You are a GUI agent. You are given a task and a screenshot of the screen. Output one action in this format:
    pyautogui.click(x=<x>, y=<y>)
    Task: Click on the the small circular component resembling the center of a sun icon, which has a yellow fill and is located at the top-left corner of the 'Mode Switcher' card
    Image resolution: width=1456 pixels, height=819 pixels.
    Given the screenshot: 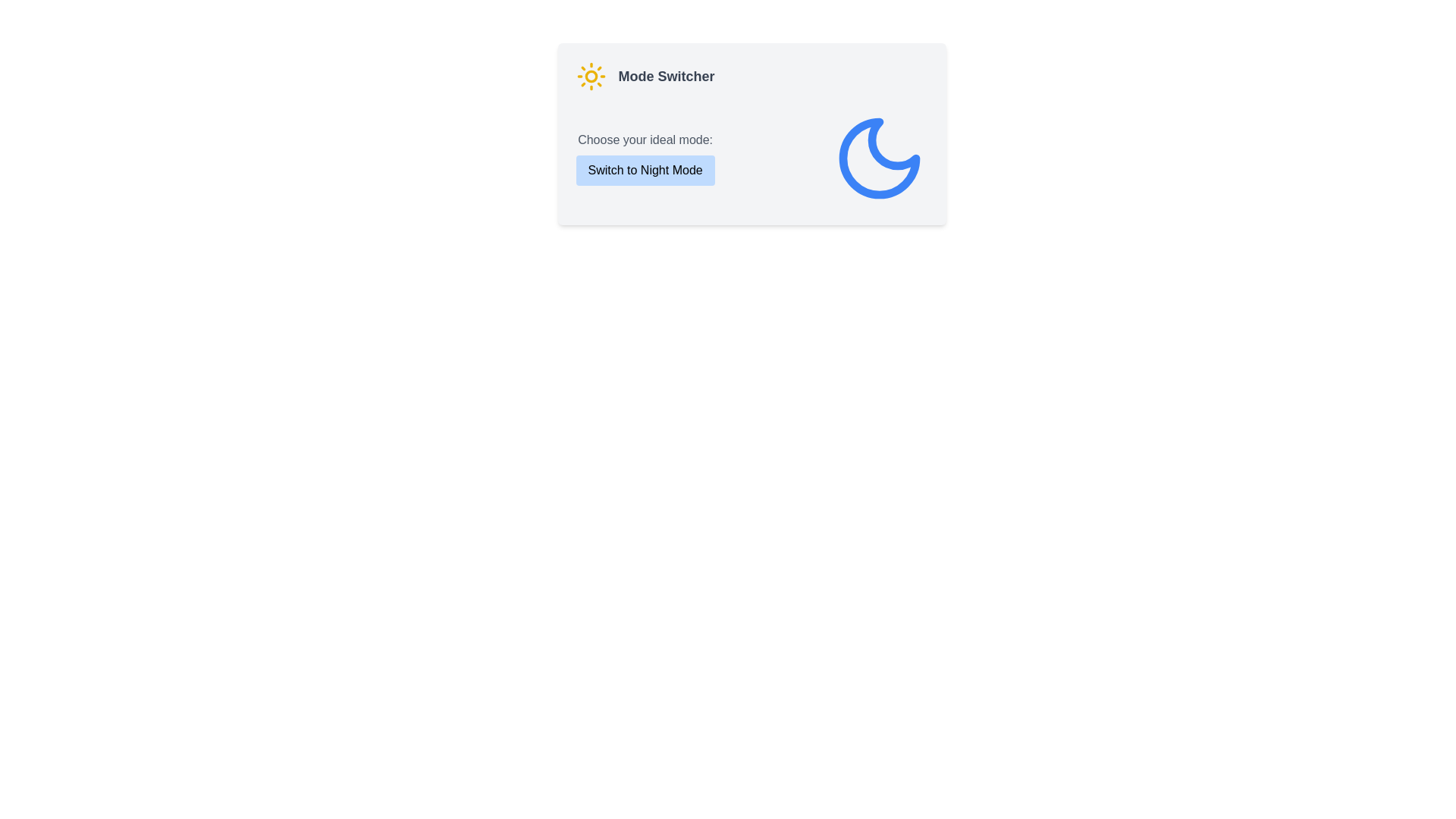 What is the action you would take?
    pyautogui.click(x=590, y=76)
    